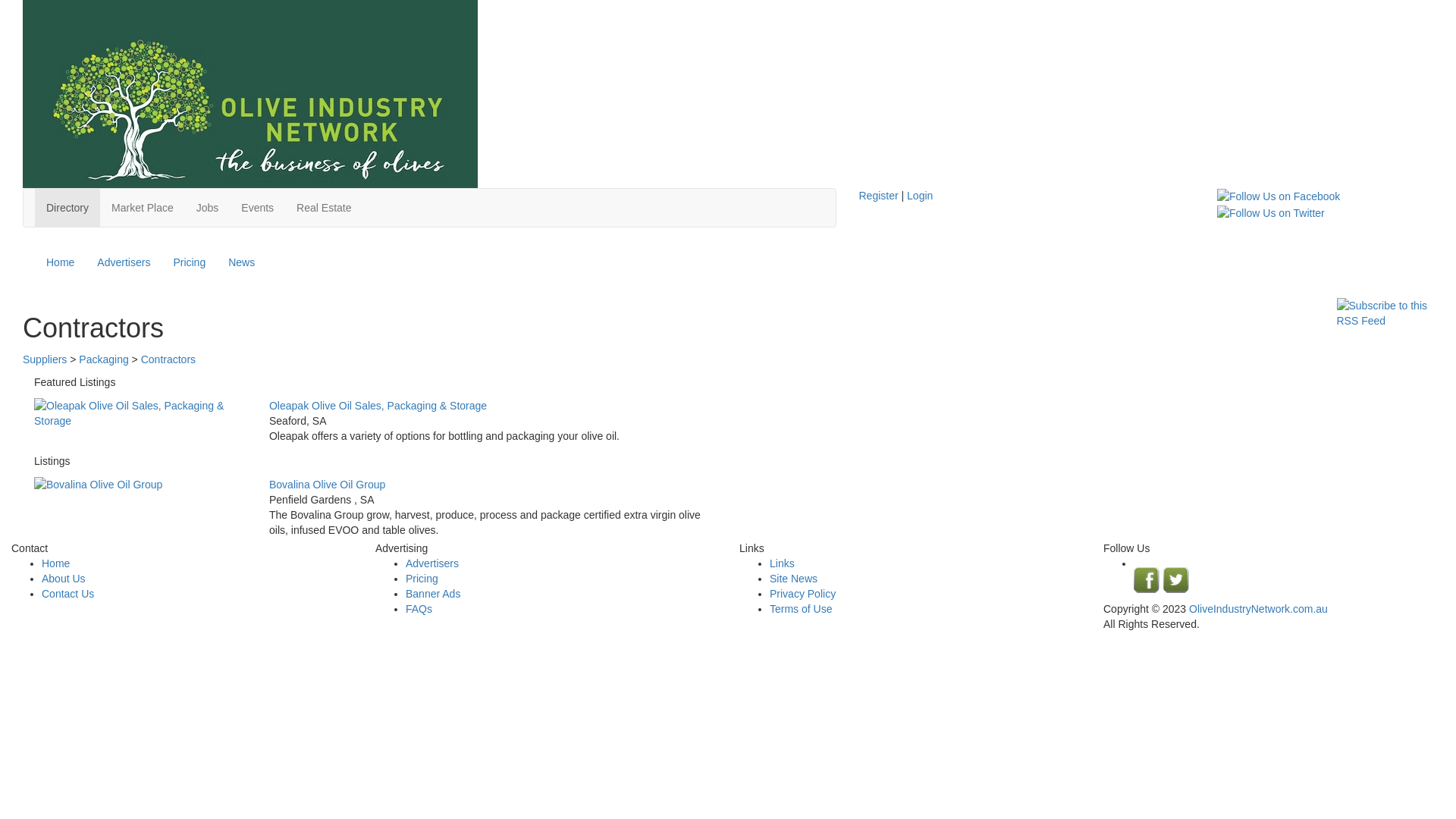  What do you see at coordinates (792, 579) in the screenshot?
I see `'Site News'` at bounding box center [792, 579].